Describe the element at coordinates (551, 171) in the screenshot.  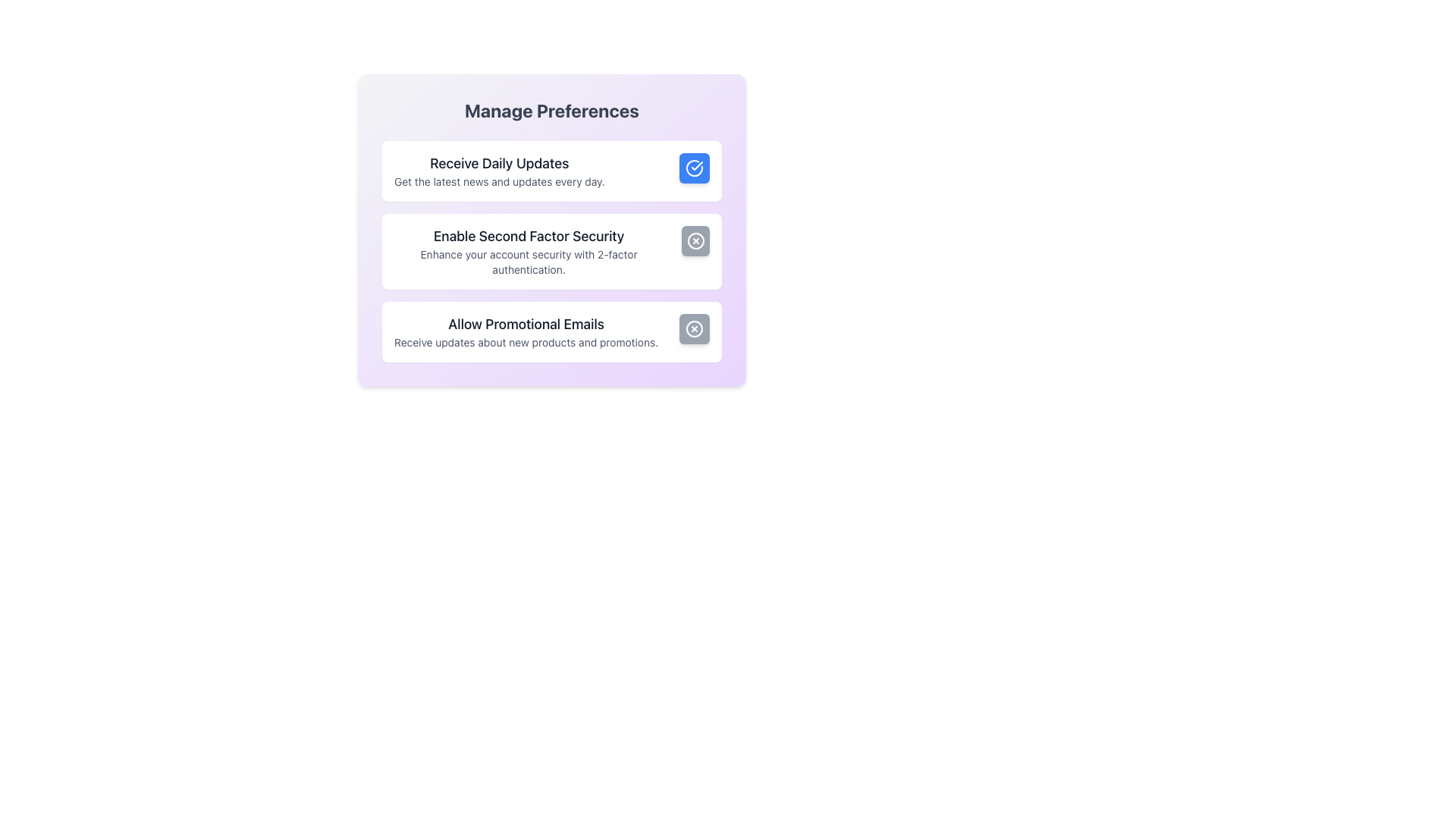
I see `text information on the first interactive card in the 'Manage Preferences' section, which allows toggling daily updates for notifications` at that location.